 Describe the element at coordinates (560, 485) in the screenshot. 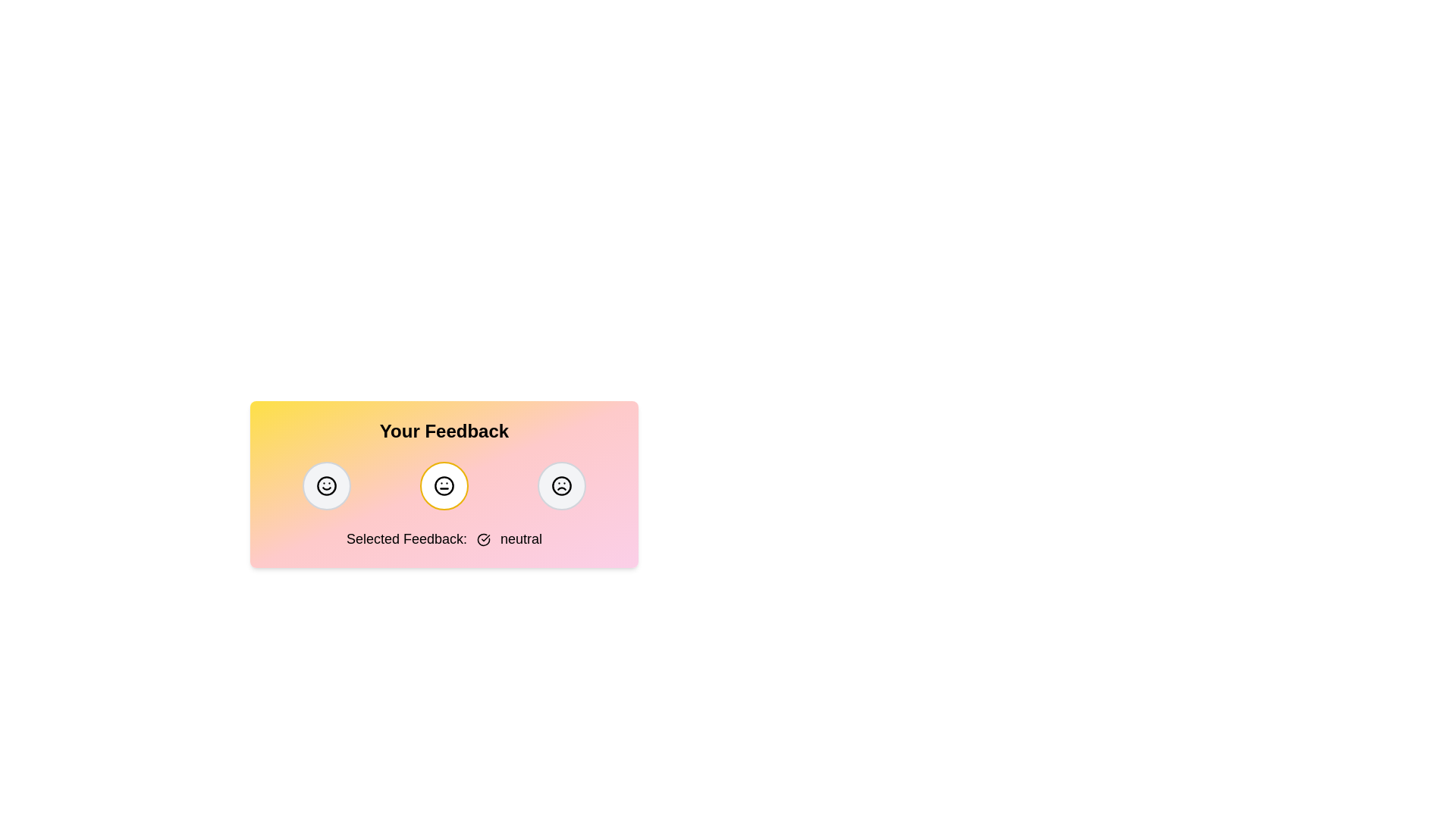

I see `the feedback button corresponding to negative` at that location.